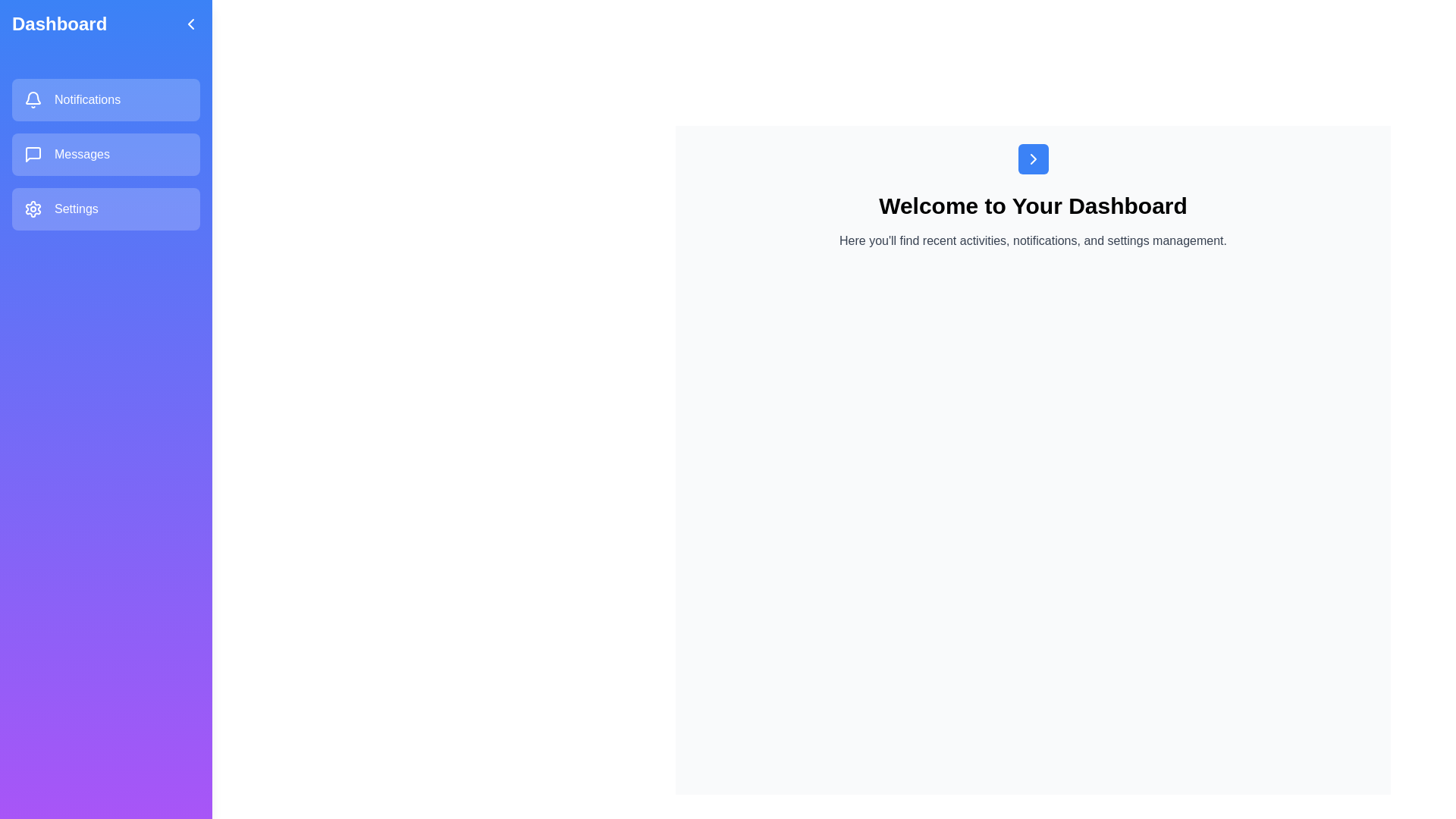  I want to click on 'ChevronLeft' button to toggle the sidebar visibility, so click(190, 24).